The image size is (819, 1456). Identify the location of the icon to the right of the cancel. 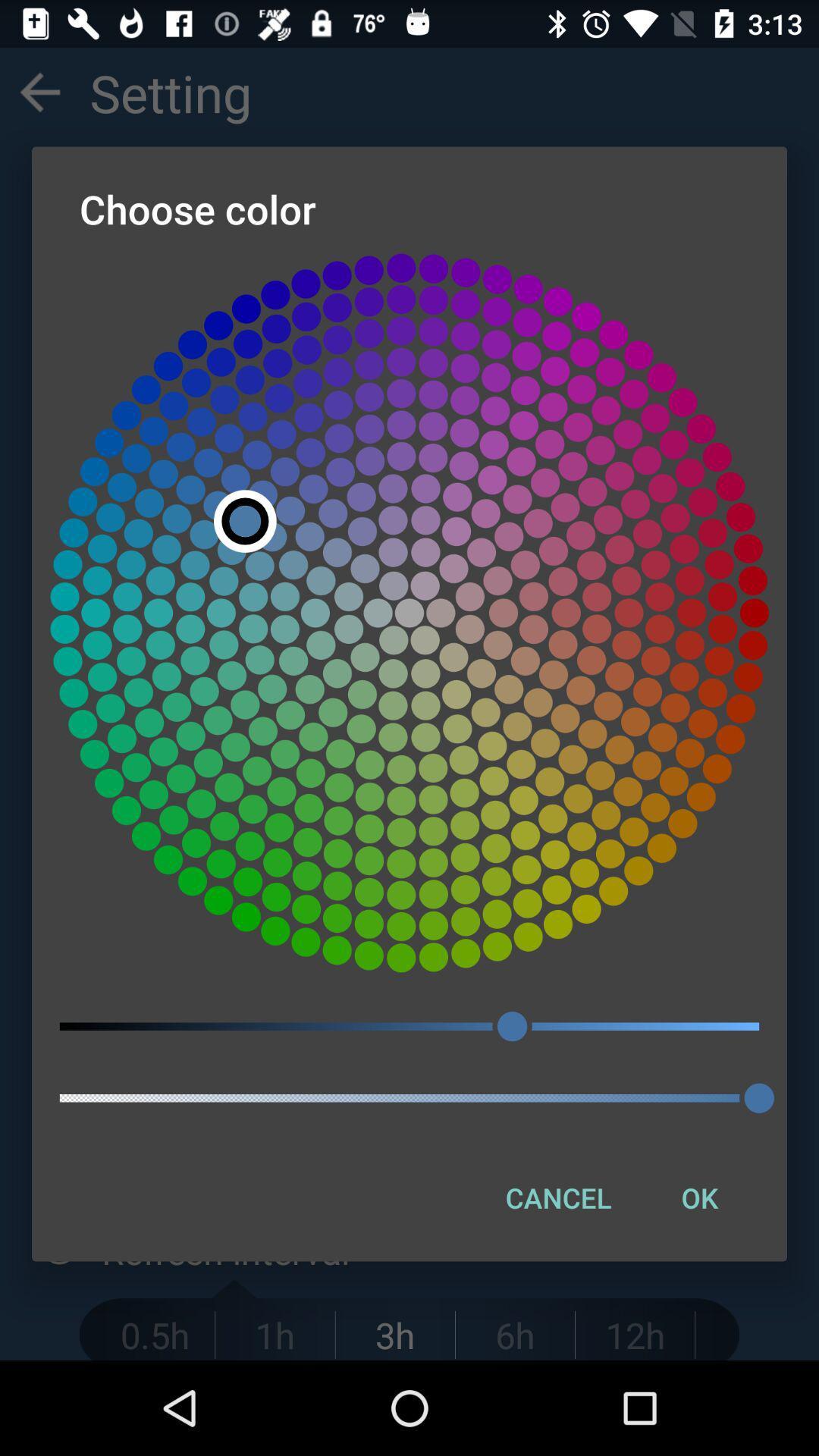
(699, 1197).